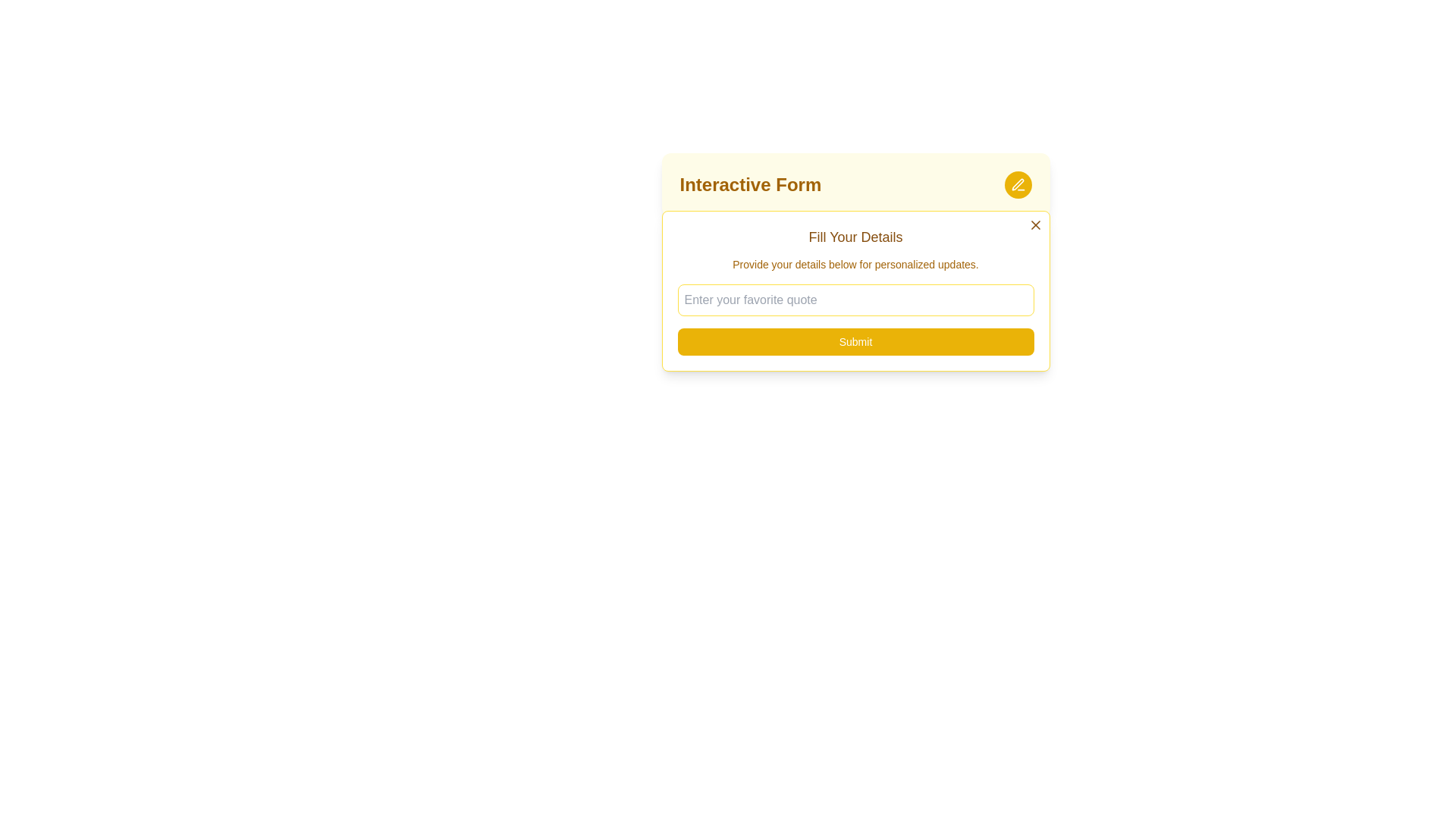  Describe the element at coordinates (855, 318) in the screenshot. I see `the submit button located at the bottom section of the interactive form card to experience hover effects` at that location.